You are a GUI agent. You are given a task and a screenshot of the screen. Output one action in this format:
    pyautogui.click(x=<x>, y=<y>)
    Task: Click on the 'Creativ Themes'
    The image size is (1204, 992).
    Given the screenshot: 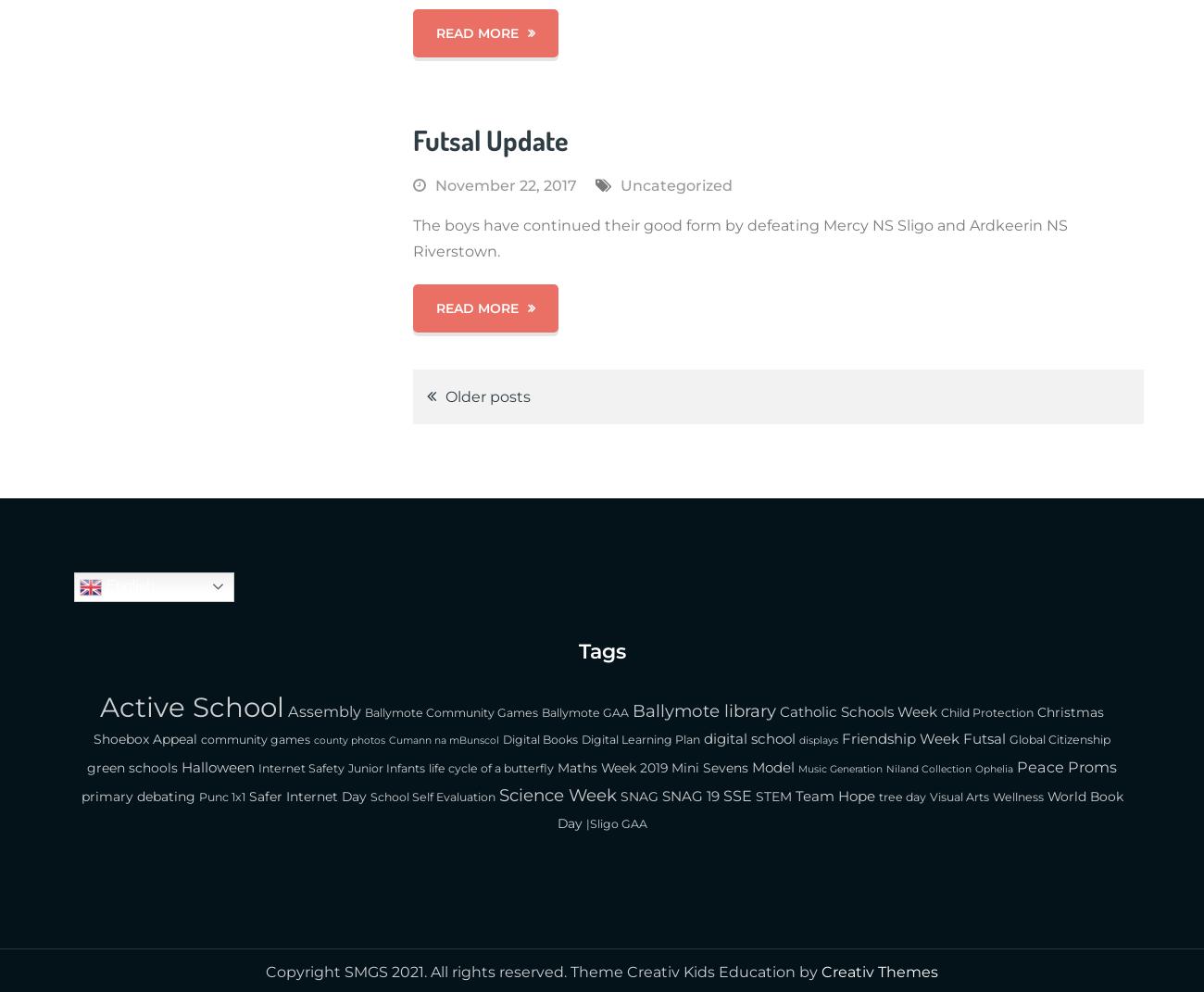 What is the action you would take?
    pyautogui.click(x=880, y=972)
    